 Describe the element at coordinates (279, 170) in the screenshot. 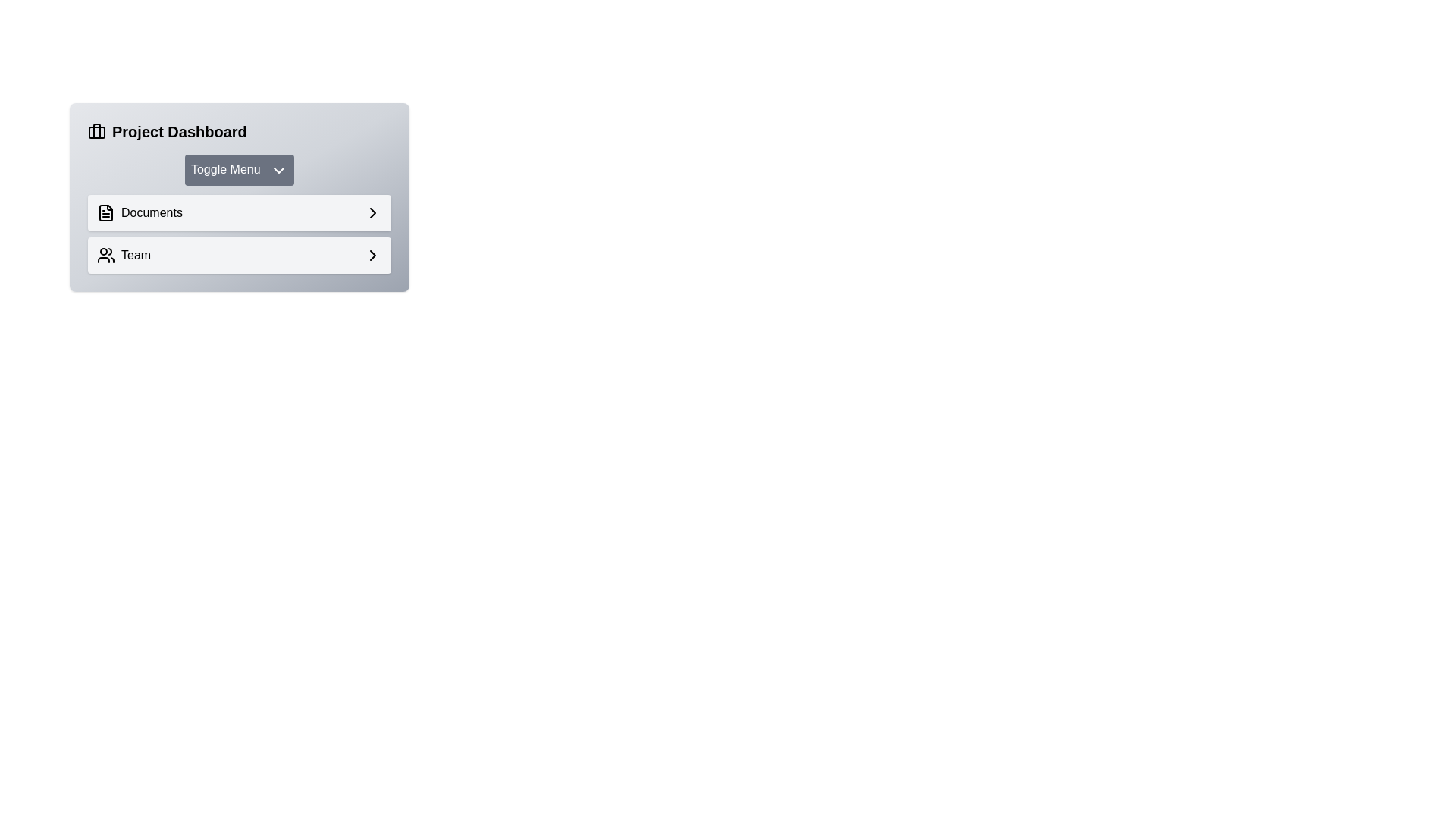

I see `the downwards chevron arrow icon indicating a dropdown menu, located to the right of the 'Toggle Menu' text` at that location.